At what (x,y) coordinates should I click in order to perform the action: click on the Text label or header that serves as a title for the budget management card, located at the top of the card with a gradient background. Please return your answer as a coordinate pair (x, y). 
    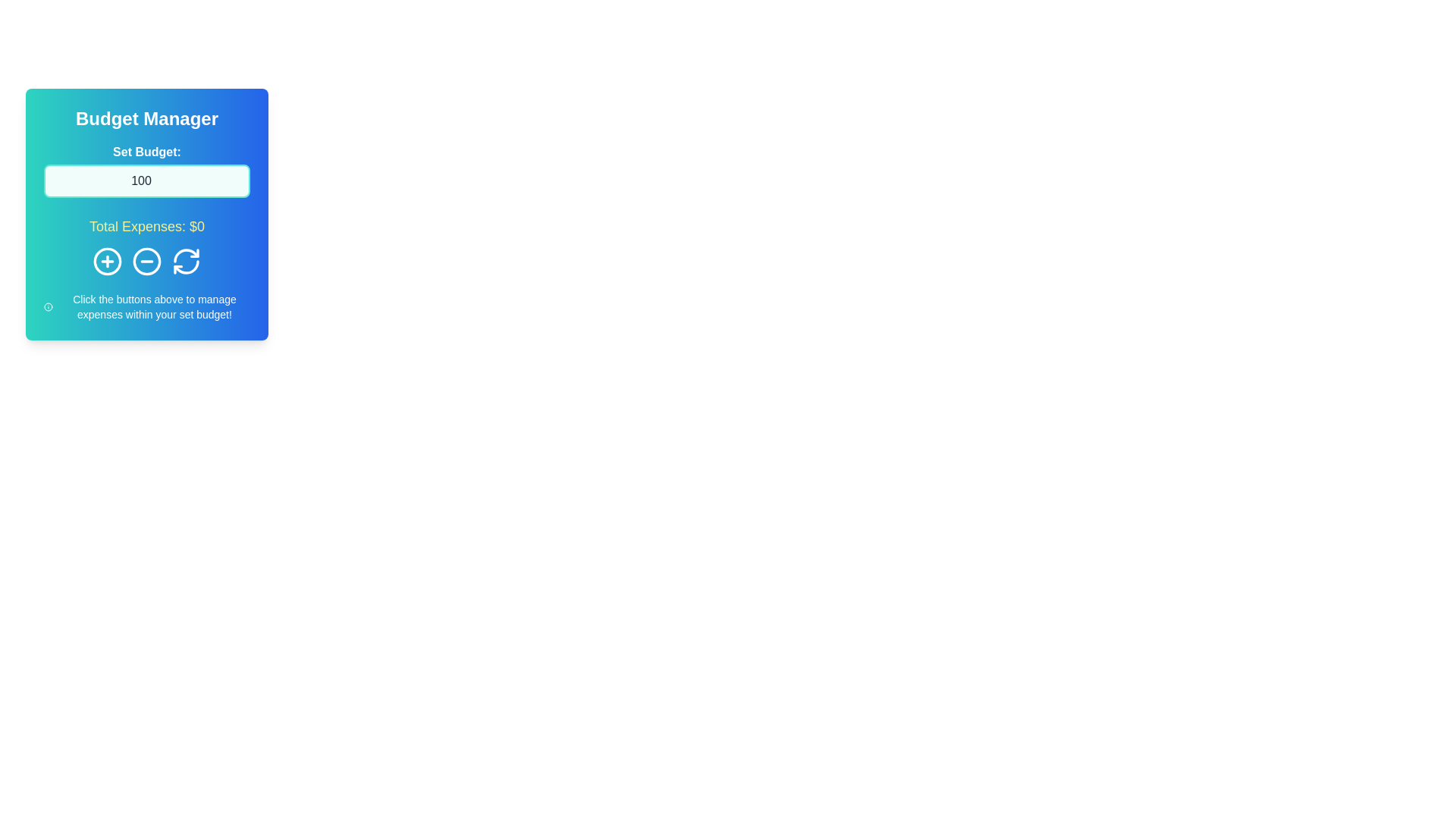
    Looking at the image, I should click on (146, 118).